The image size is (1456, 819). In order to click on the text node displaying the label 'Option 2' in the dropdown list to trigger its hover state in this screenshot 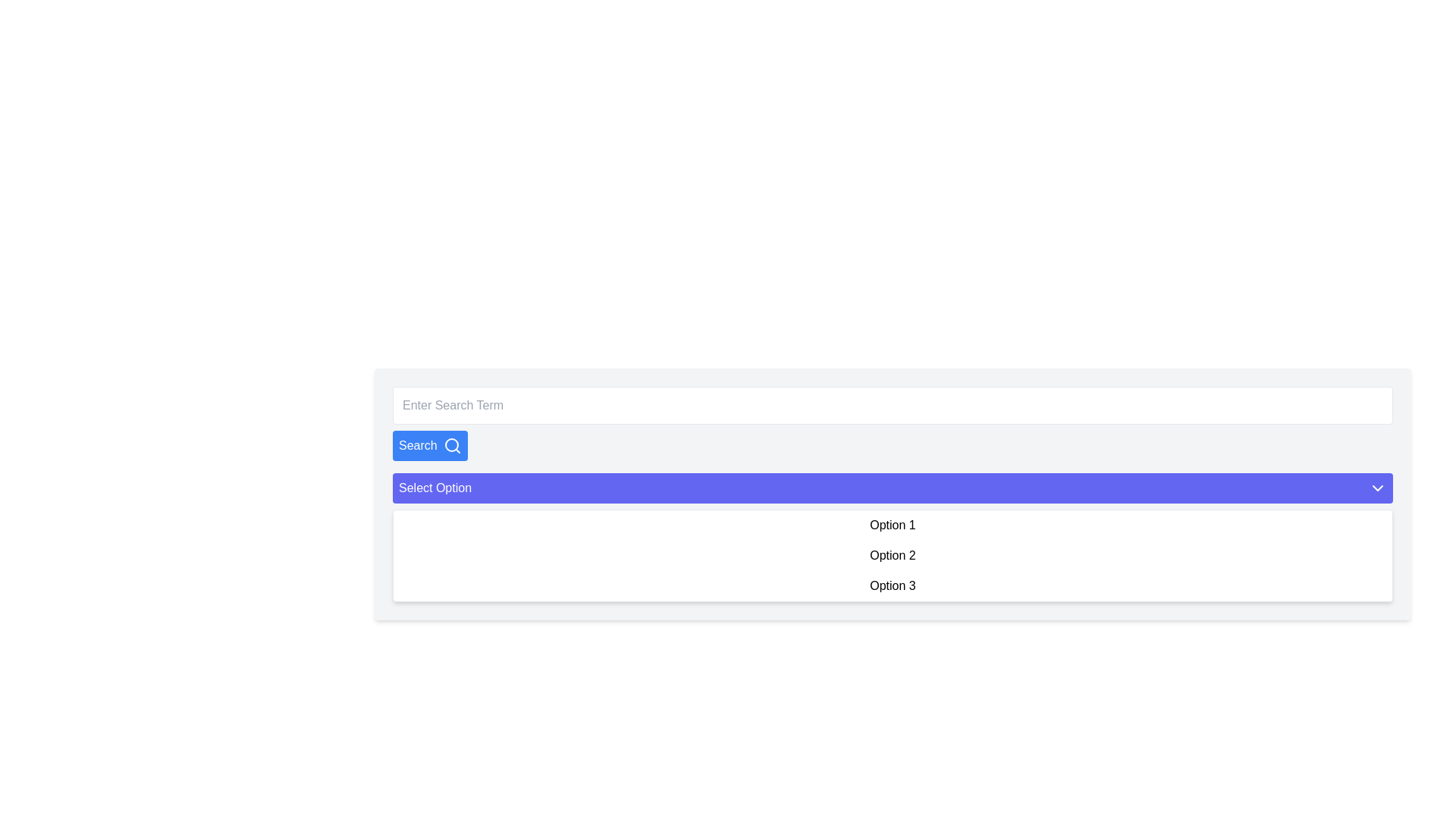, I will do `click(893, 555)`.